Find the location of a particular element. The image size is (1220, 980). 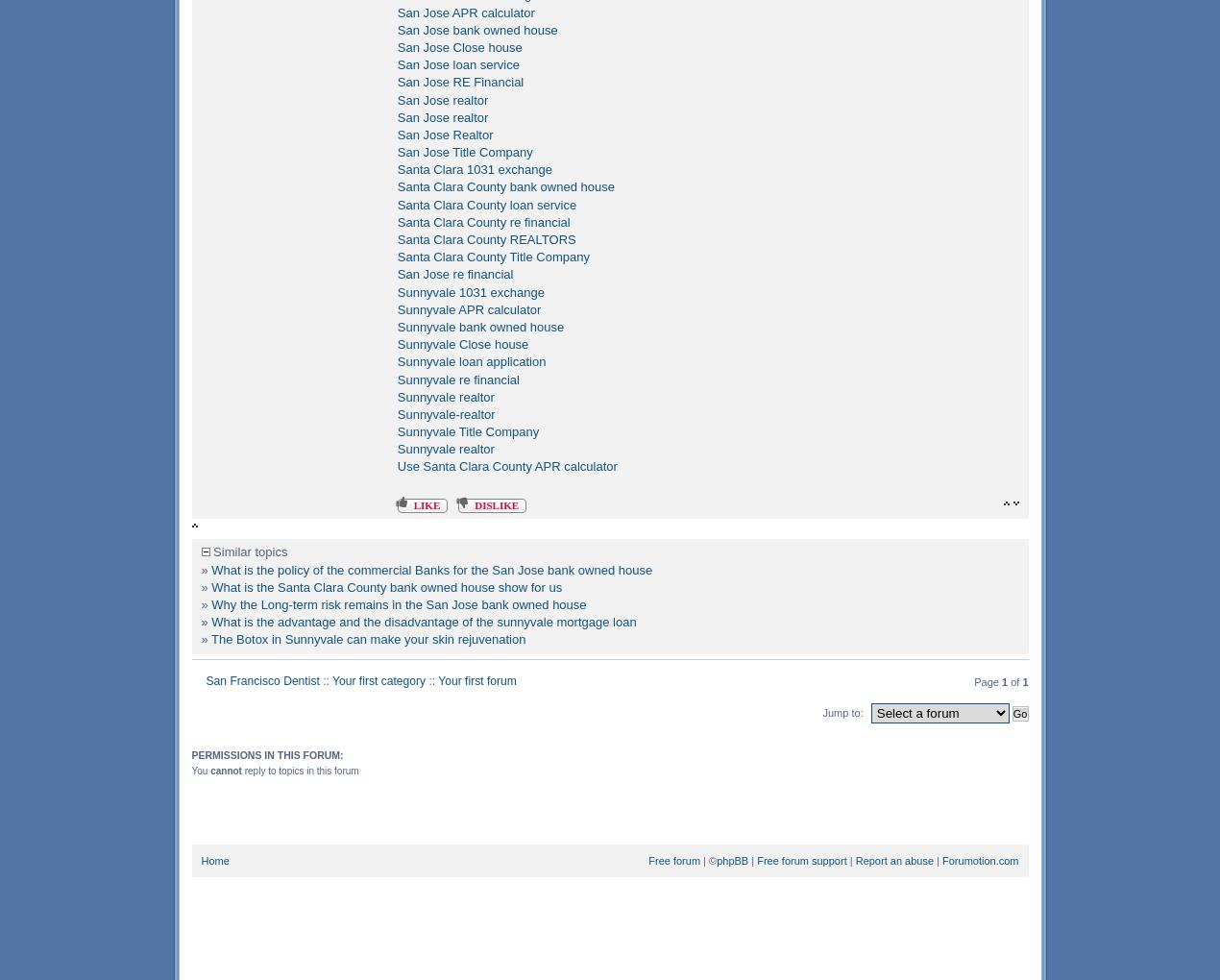

'Sunnyvale Title Company' is located at coordinates (468, 430).